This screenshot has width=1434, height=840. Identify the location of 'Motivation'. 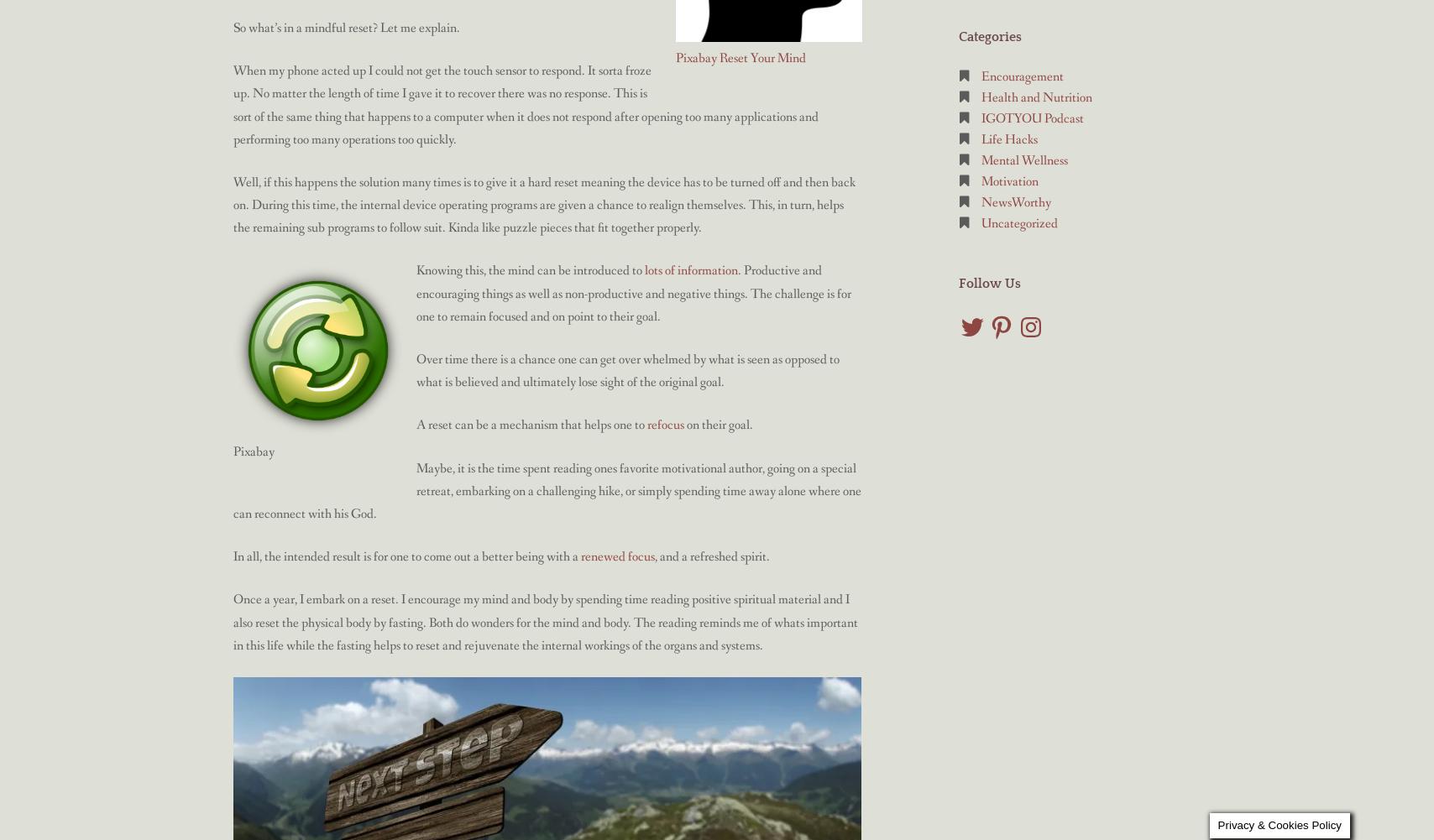
(1009, 180).